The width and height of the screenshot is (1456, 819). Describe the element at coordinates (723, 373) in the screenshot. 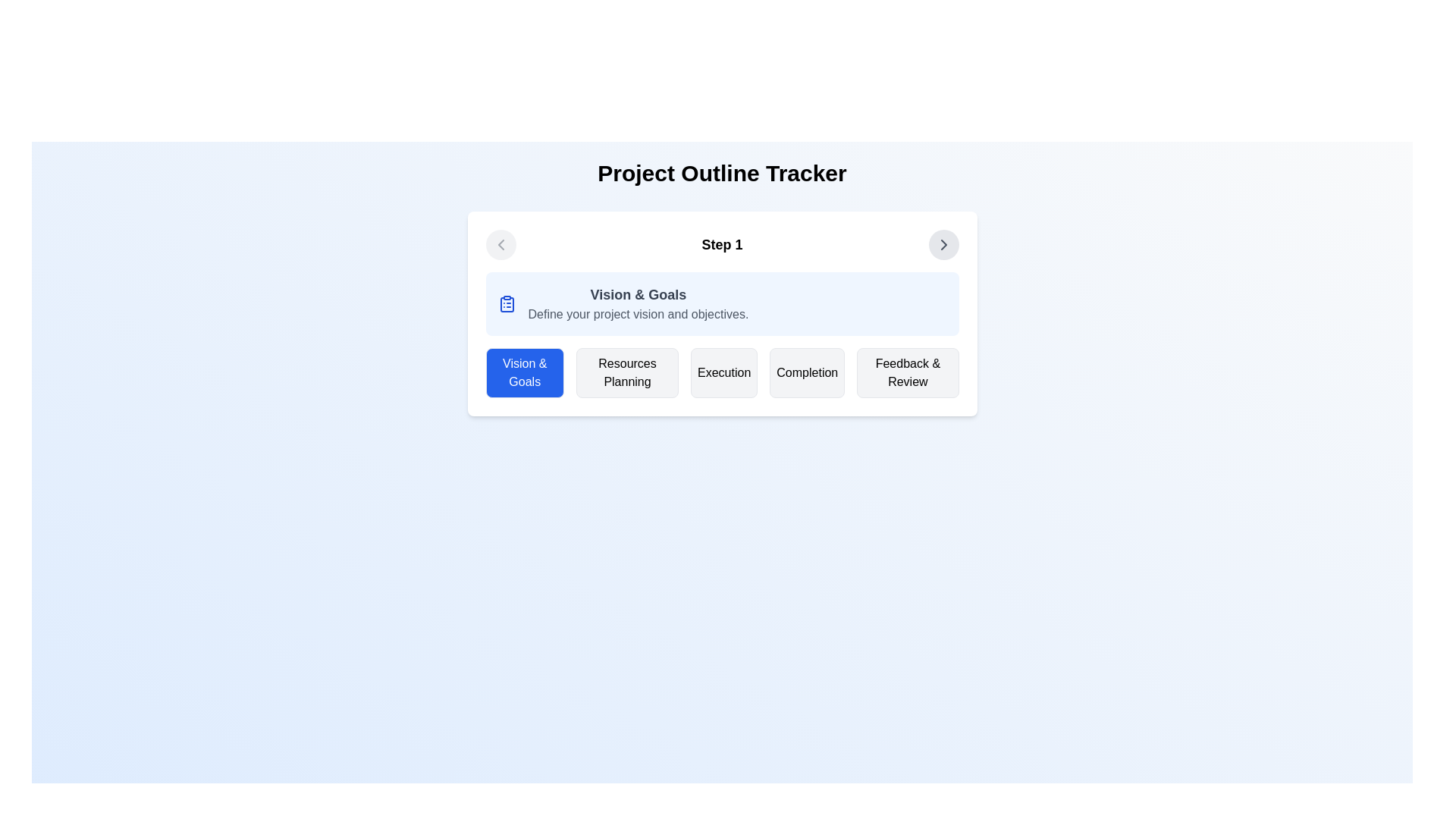

I see `the 'Execution' button, which is the third button from the left in the navigation row` at that location.